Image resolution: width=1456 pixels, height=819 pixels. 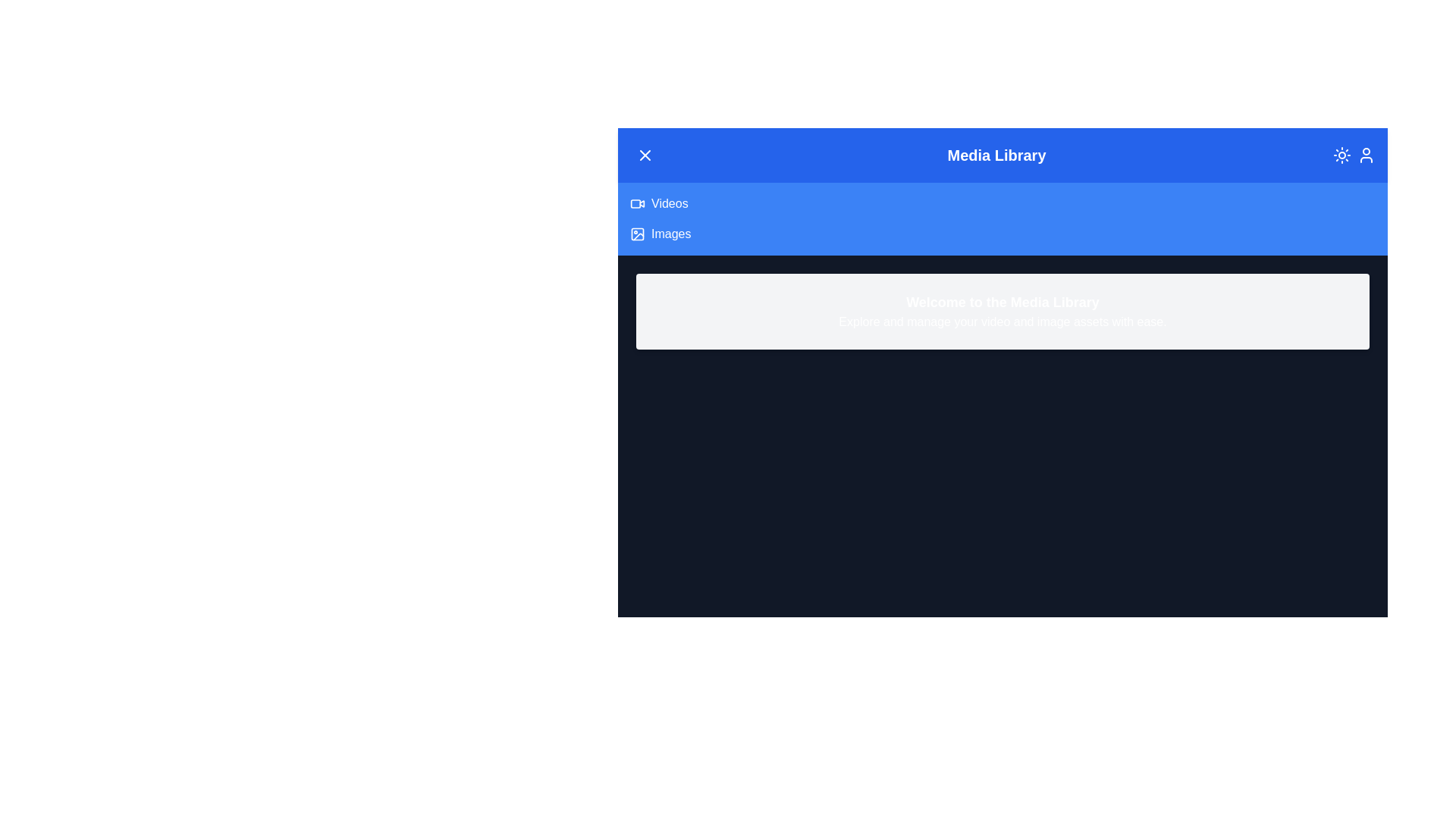 I want to click on the menu toggle button in the header to toggle the menu visibility, so click(x=645, y=155).